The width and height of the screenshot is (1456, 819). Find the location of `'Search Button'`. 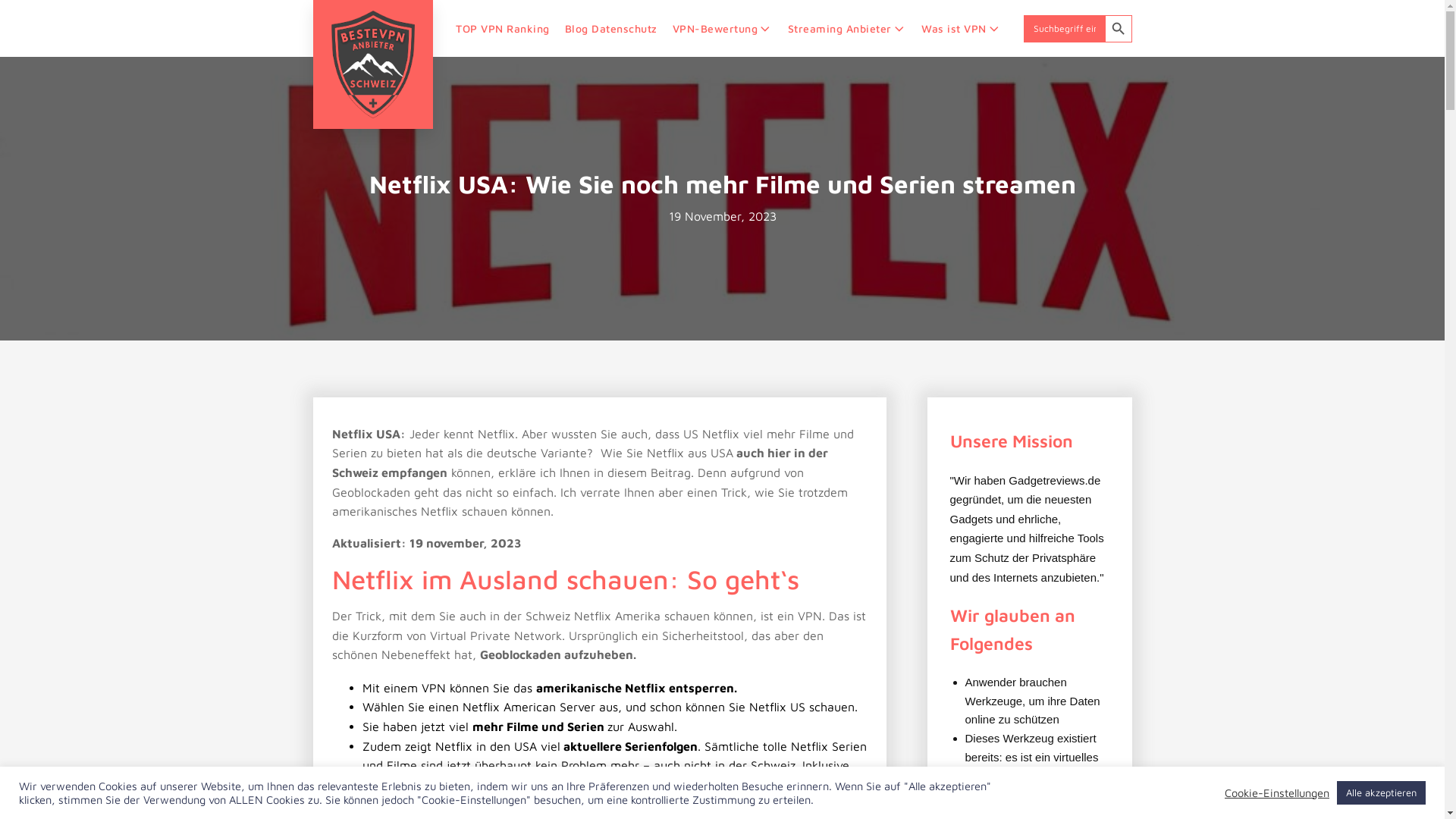

'Search Button' is located at coordinates (1103, 29).